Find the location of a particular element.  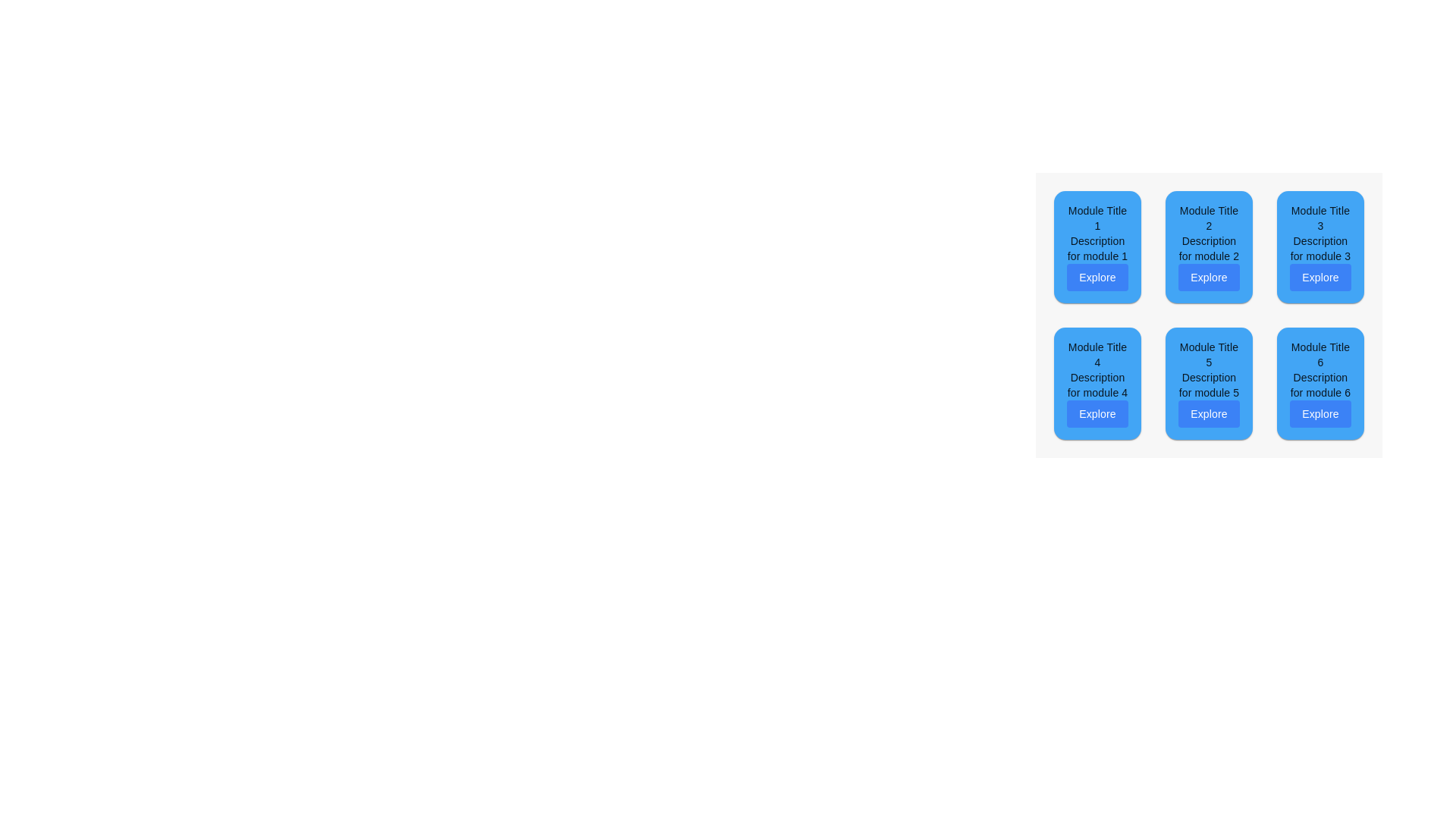

the text label displaying 'Module Title 1', which is styled as a bold header within its module card is located at coordinates (1097, 218).